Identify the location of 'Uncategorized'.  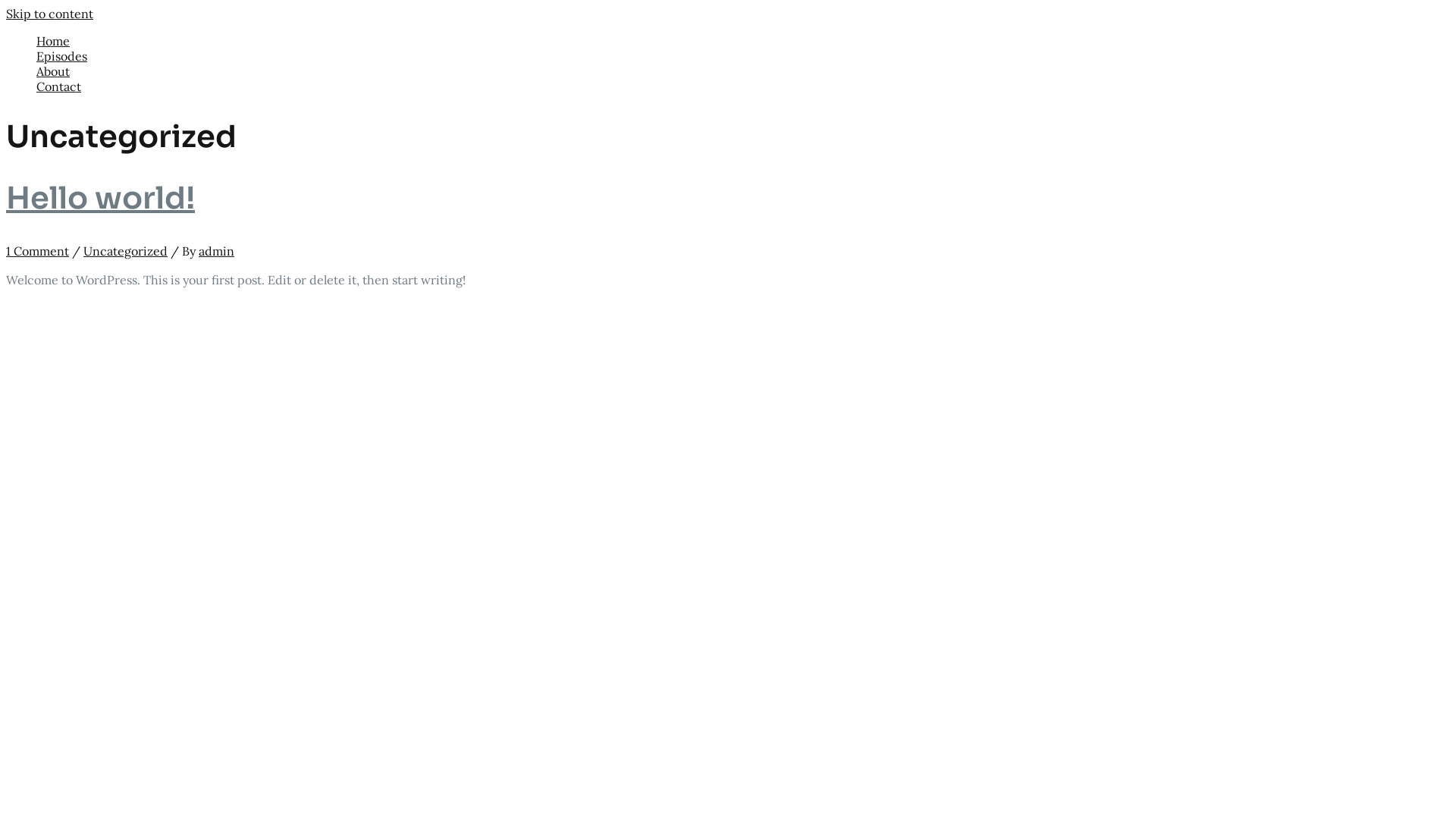
(125, 250).